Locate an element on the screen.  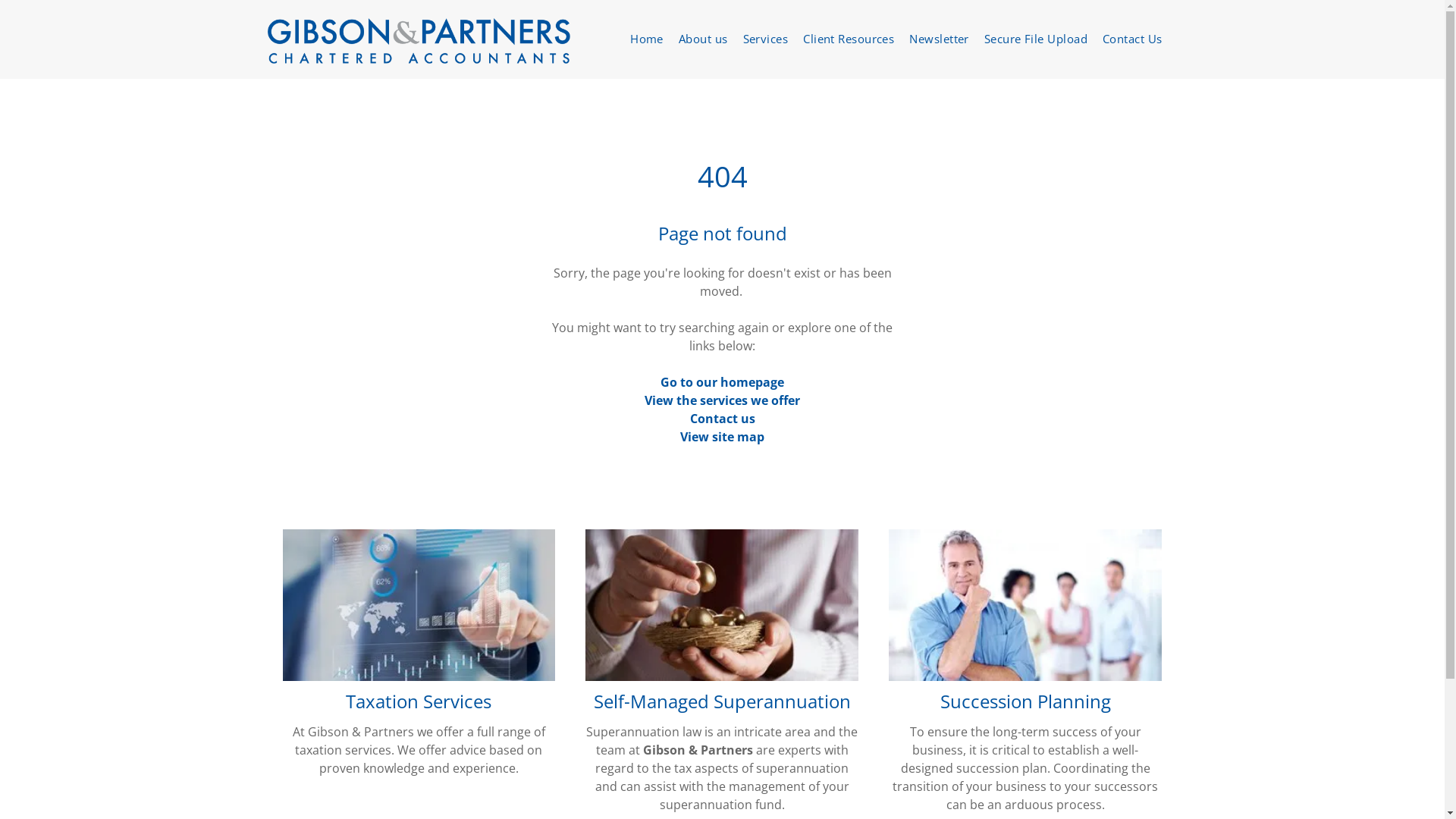
'Client Resources' is located at coordinates (847, 38).